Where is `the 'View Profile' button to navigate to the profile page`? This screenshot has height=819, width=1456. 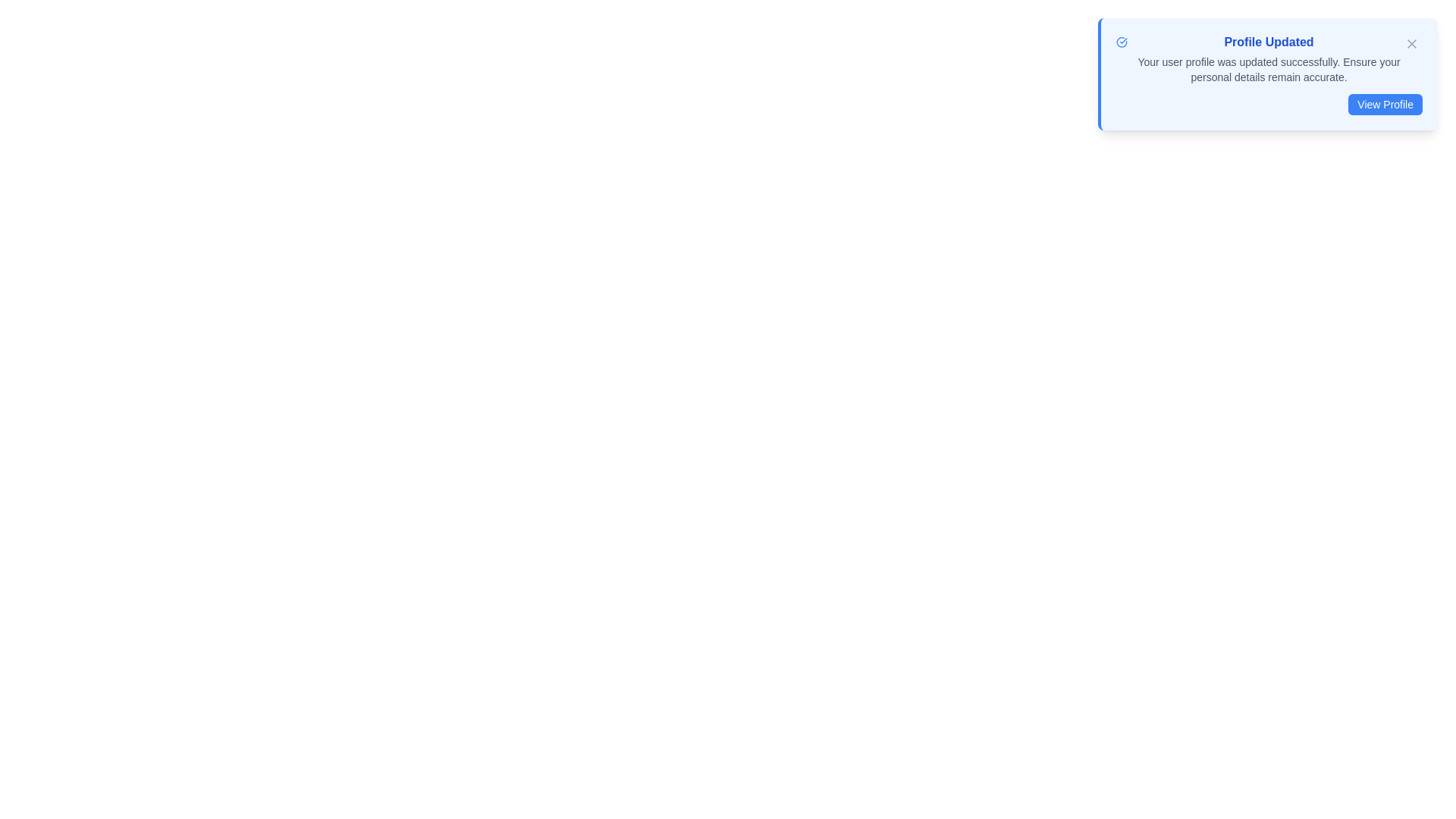 the 'View Profile' button to navigate to the profile page is located at coordinates (1385, 104).